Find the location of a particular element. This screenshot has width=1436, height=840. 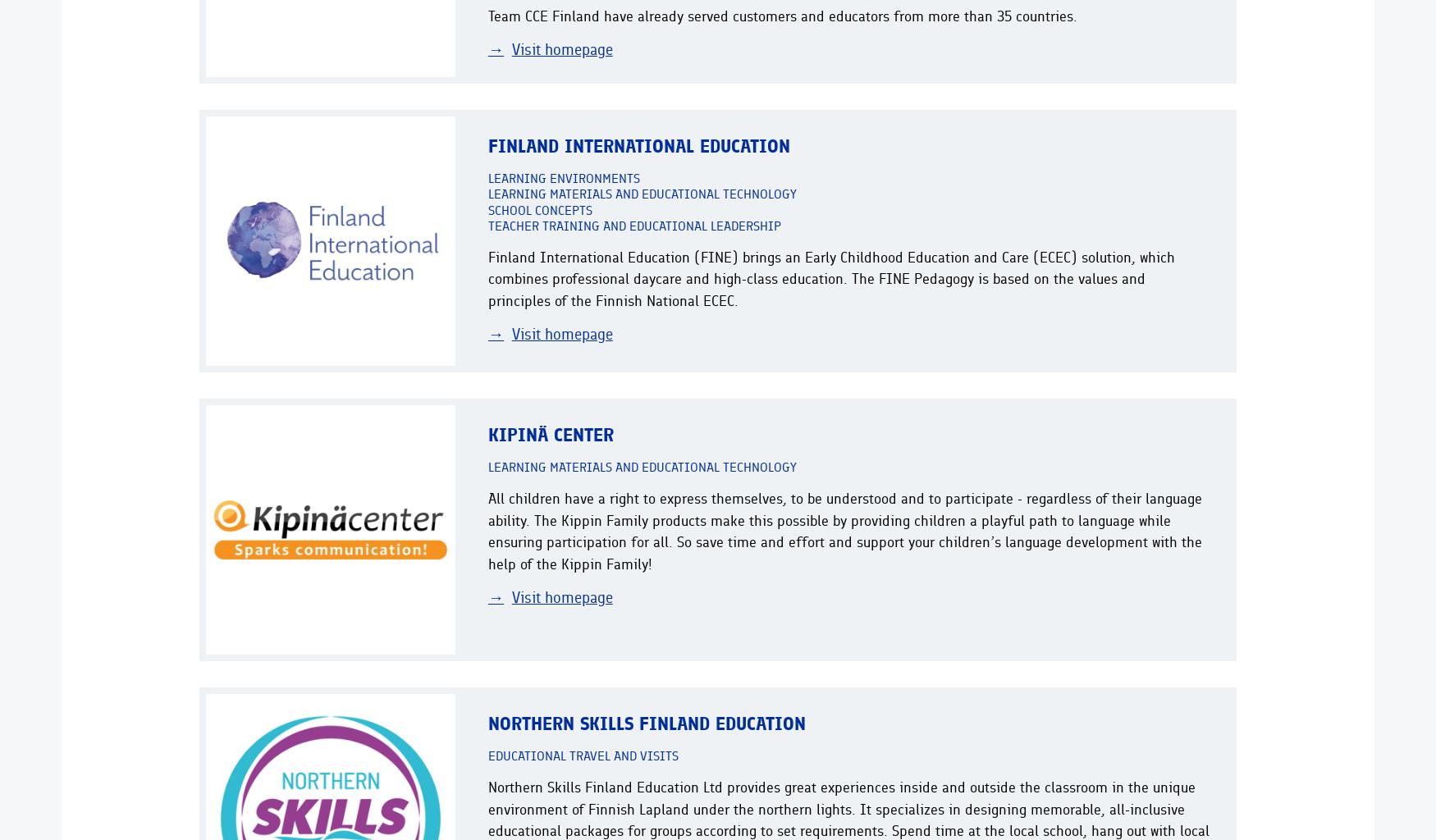

'Finland International Education' is located at coordinates (638, 145).